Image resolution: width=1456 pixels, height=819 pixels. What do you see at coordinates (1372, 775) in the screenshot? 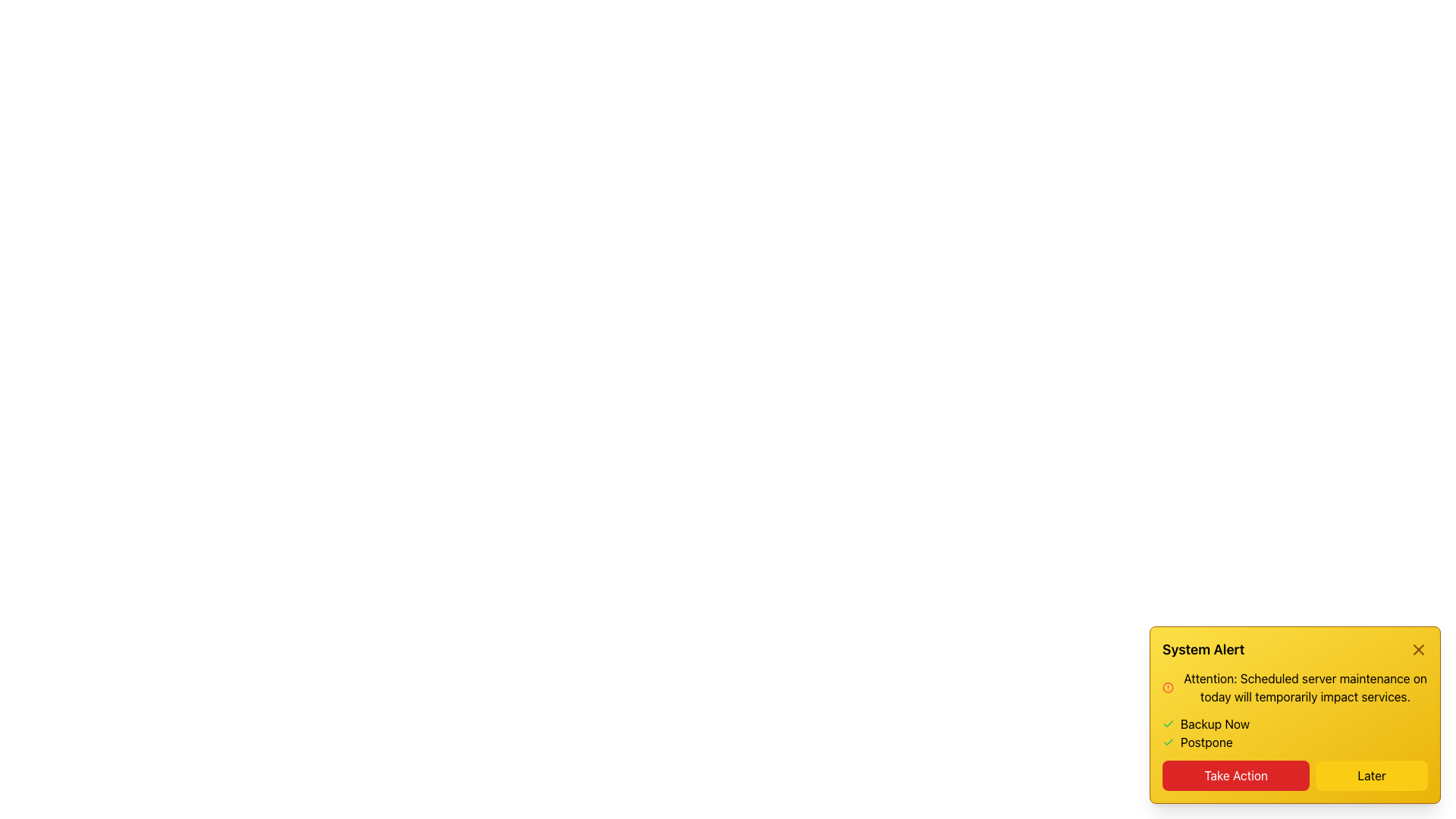
I see `the 'Later' button located in the bottom-right corner of the alert dialog box, to the right of the 'Take Action' button` at bounding box center [1372, 775].